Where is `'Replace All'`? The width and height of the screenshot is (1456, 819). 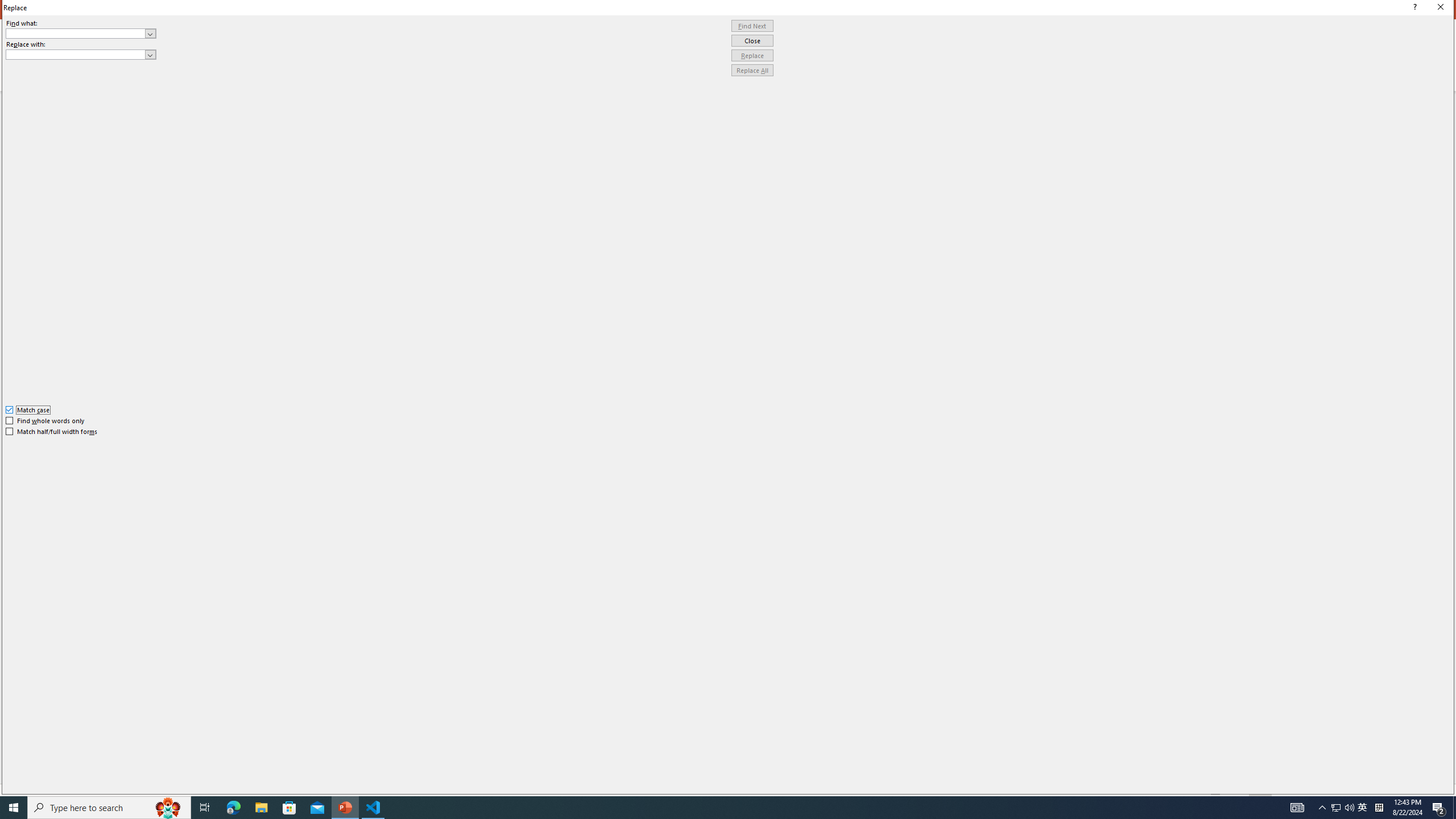
'Replace All' is located at coordinates (752, 69).